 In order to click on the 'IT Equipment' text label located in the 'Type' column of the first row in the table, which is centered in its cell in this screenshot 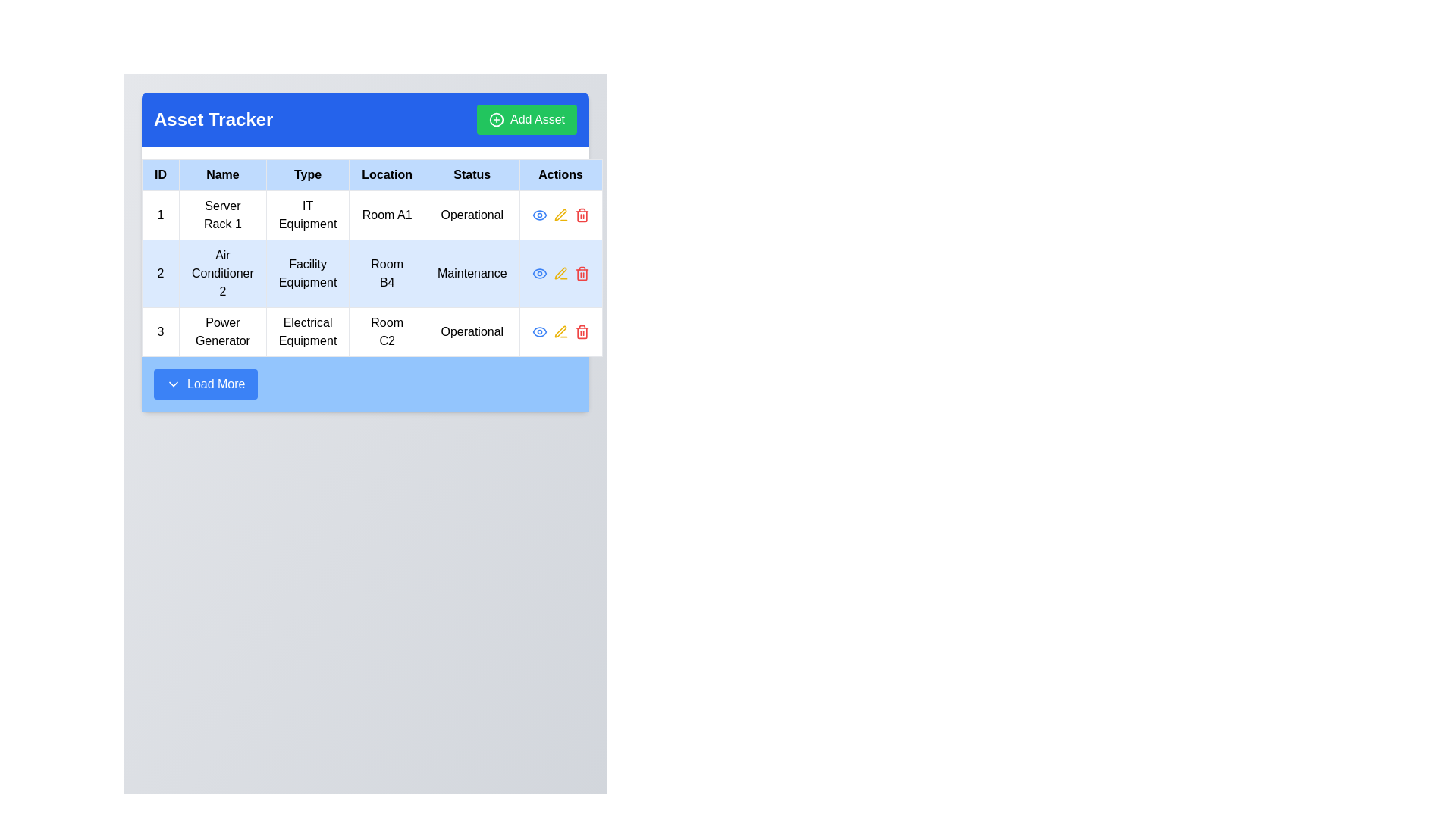, I will do `click(307, 215)`.